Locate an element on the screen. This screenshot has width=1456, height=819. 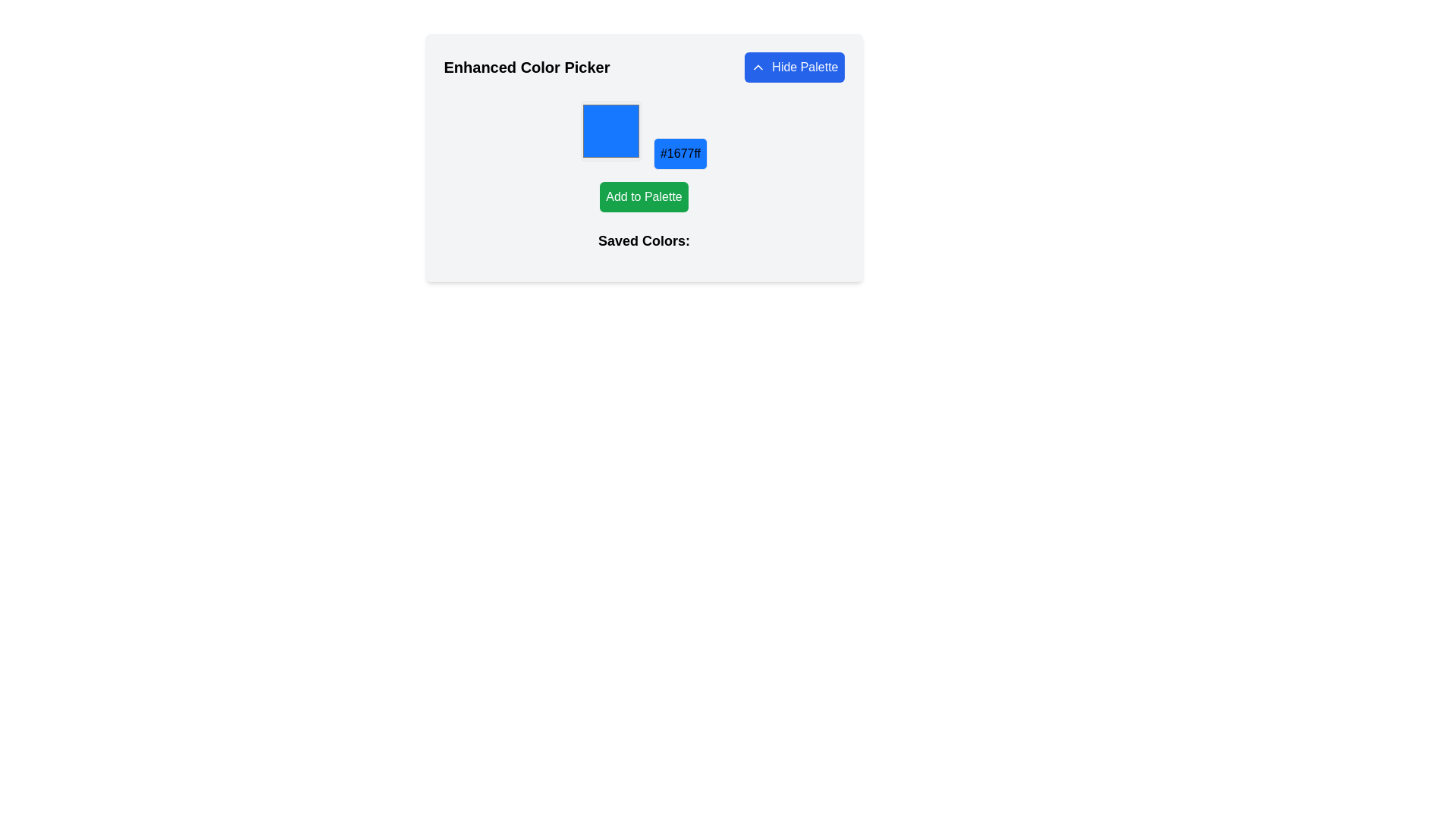
the toggle button located in the top-right corner of the interface, adjacent to the 'Enhanced Color Picker' text is located at coordinates (793, 66).